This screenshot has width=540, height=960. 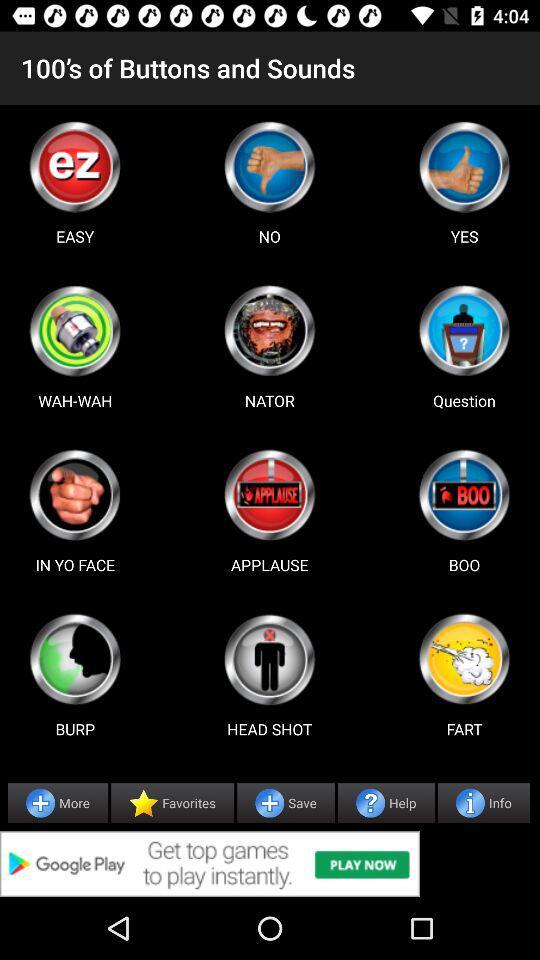 I want to click on right page, so click(x=464, y=165).